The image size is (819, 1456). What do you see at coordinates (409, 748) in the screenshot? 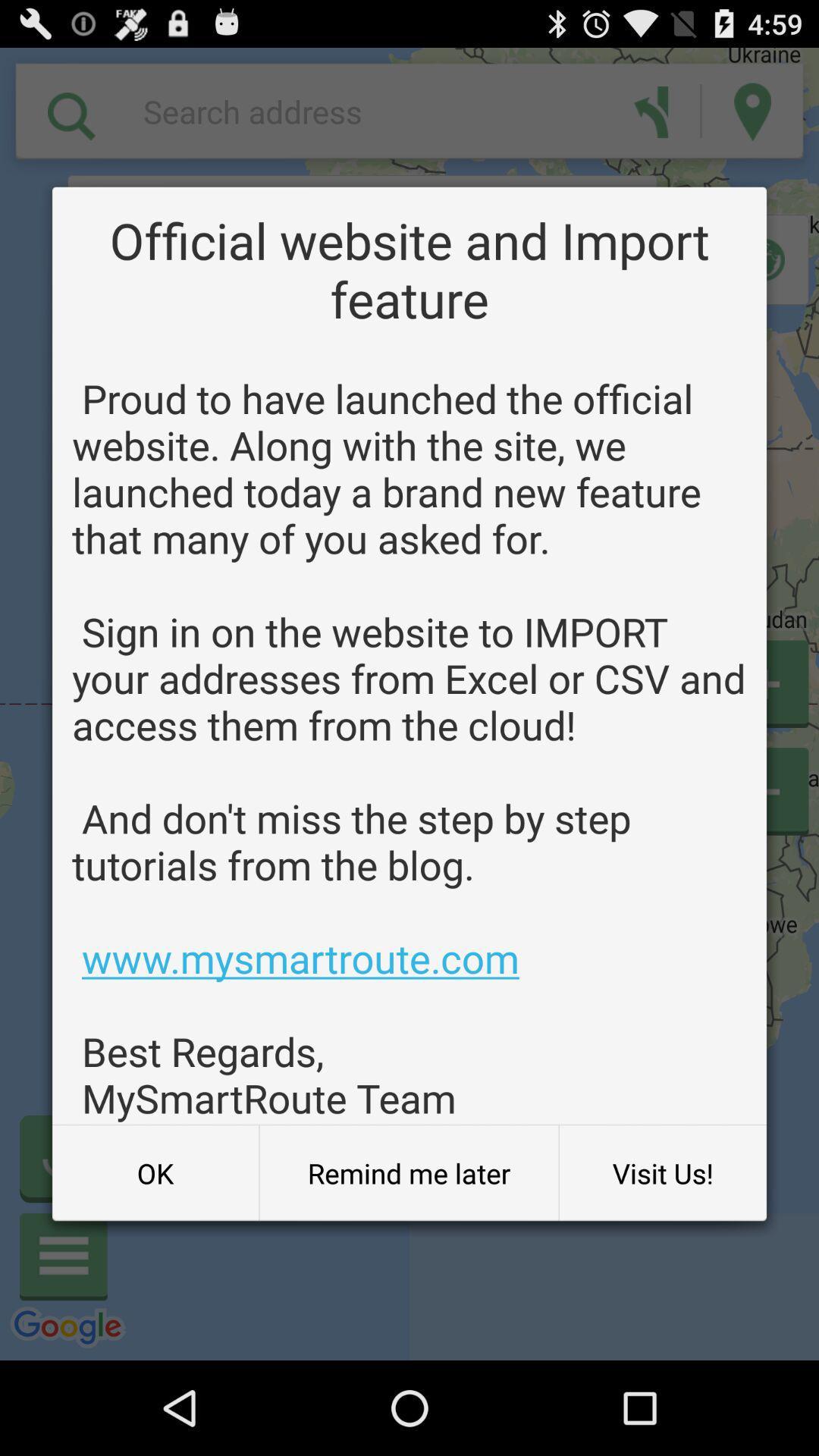
I see `icon above the ok icon` at bounding box center [409, 748].